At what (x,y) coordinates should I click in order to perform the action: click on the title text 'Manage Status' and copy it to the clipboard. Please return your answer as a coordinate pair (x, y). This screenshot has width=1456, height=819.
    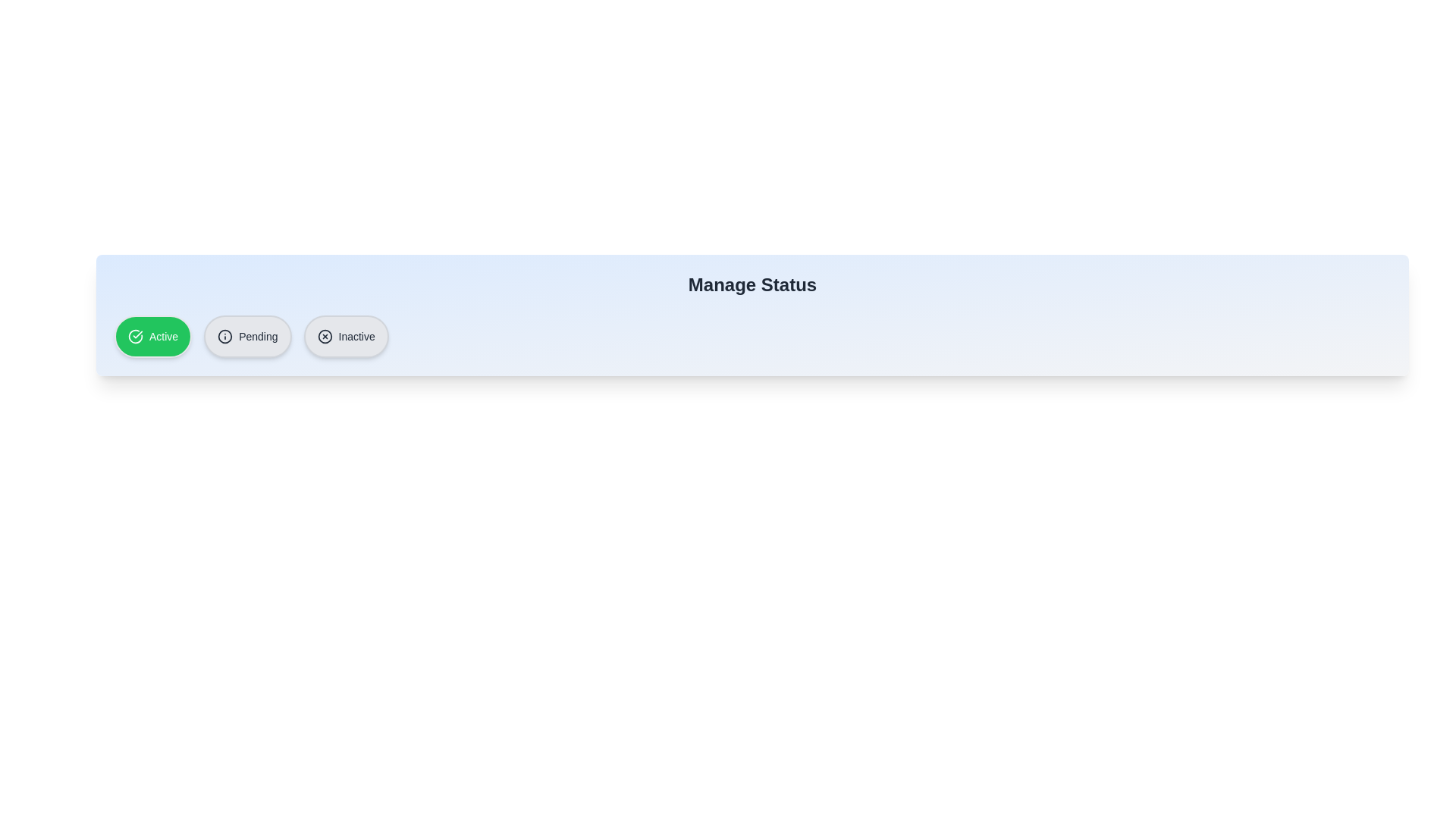
    Looking at the image, I should click on (752, 284).